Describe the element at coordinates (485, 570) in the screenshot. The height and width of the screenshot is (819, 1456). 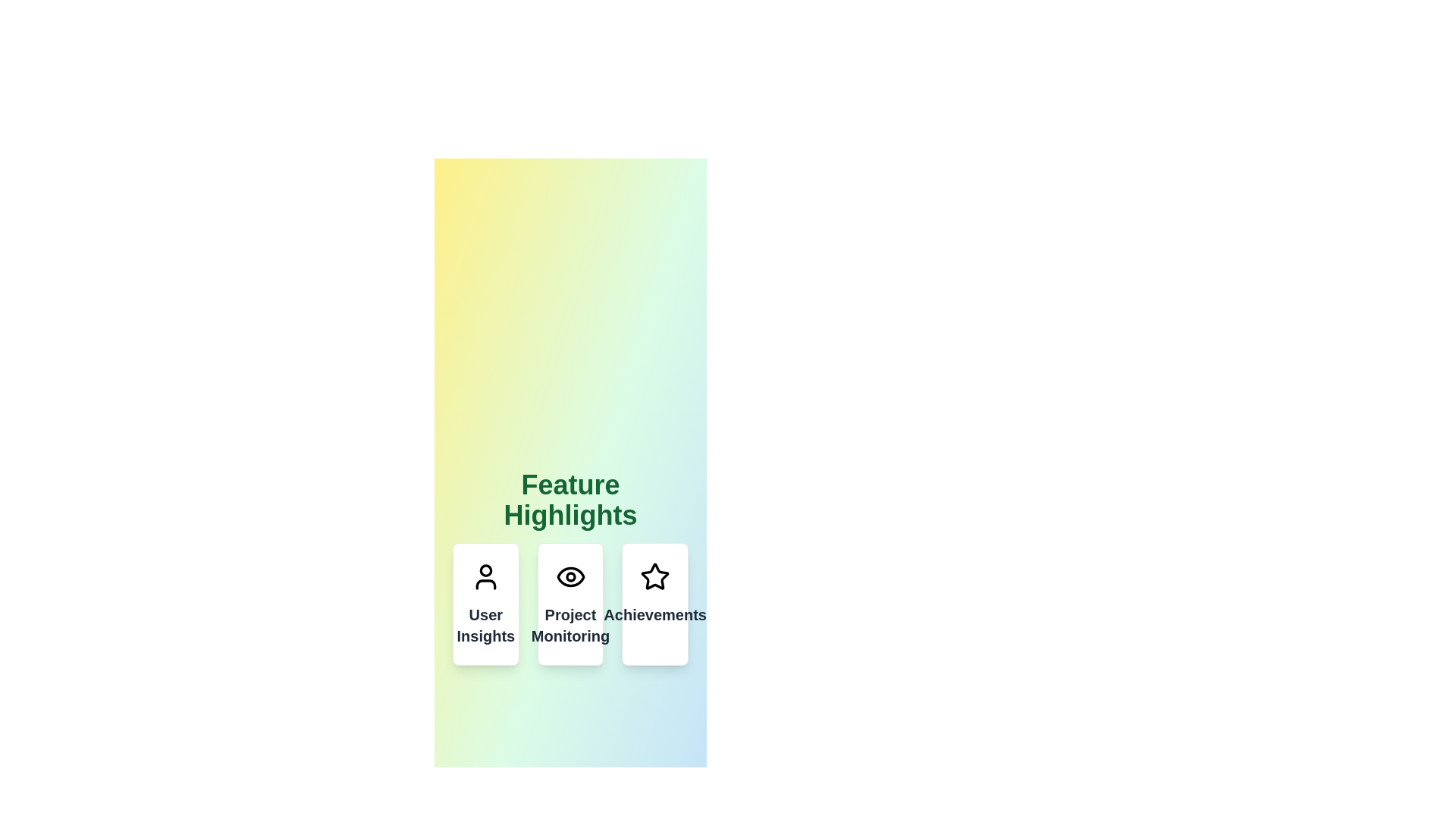
I see `the circular head icon located at the top-center of the user profile icon in the first card of the 'Feature Highlights' section` at that location.